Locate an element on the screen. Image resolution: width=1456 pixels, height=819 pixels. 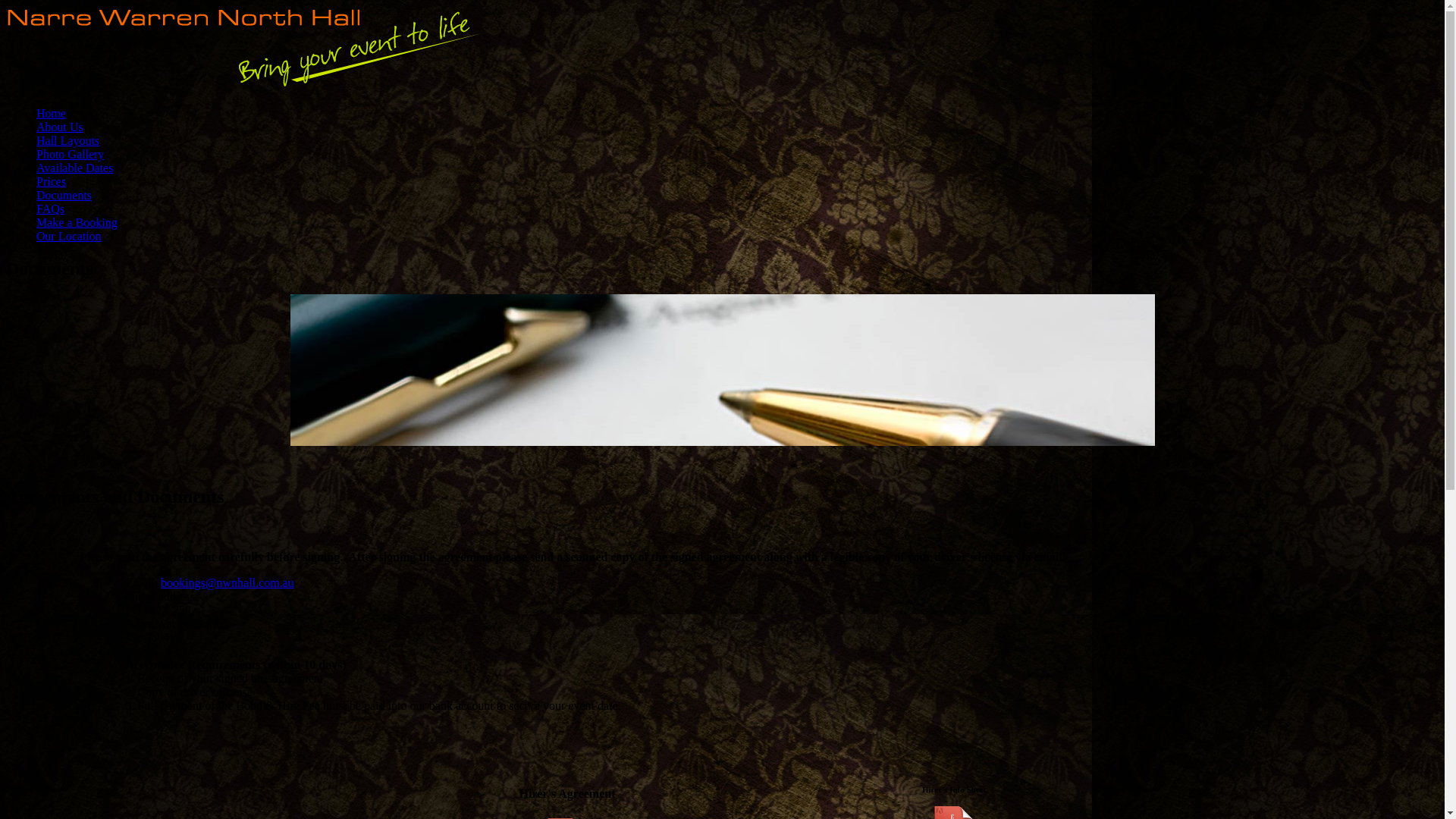
'Documents' is located at coordinates (63, 194).